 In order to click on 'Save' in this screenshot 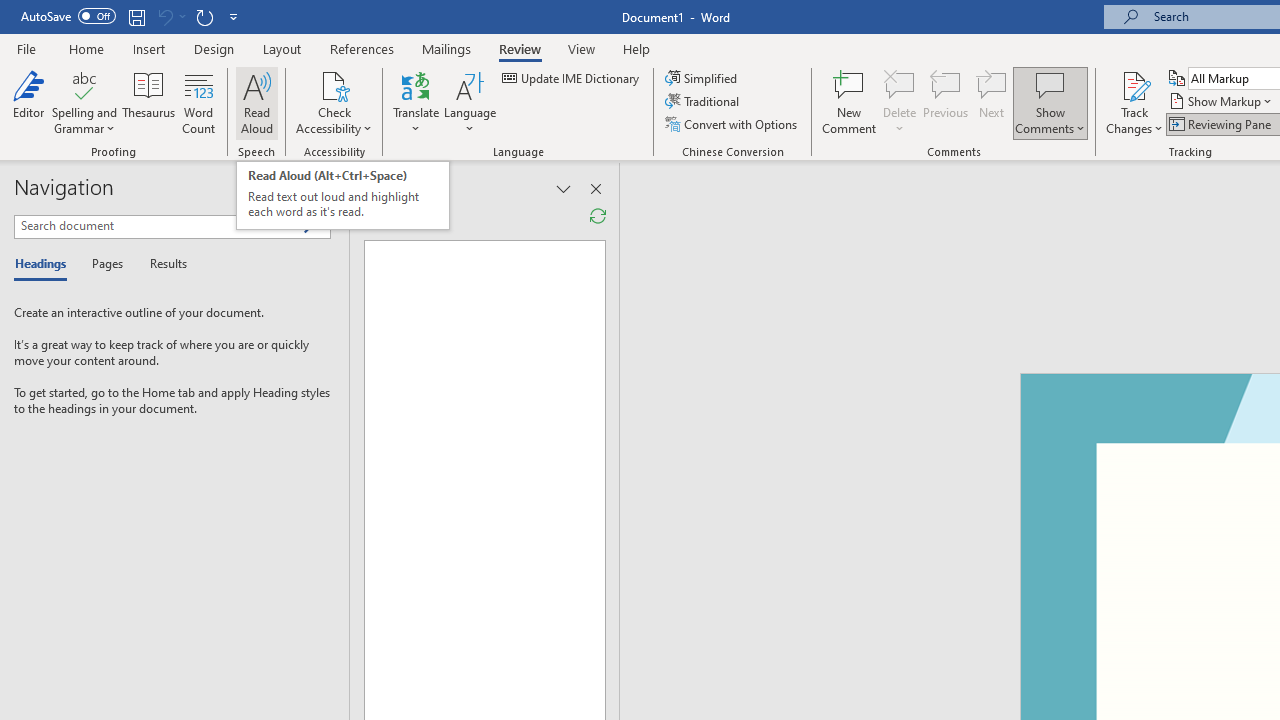, I will do `click(135, 16)`.